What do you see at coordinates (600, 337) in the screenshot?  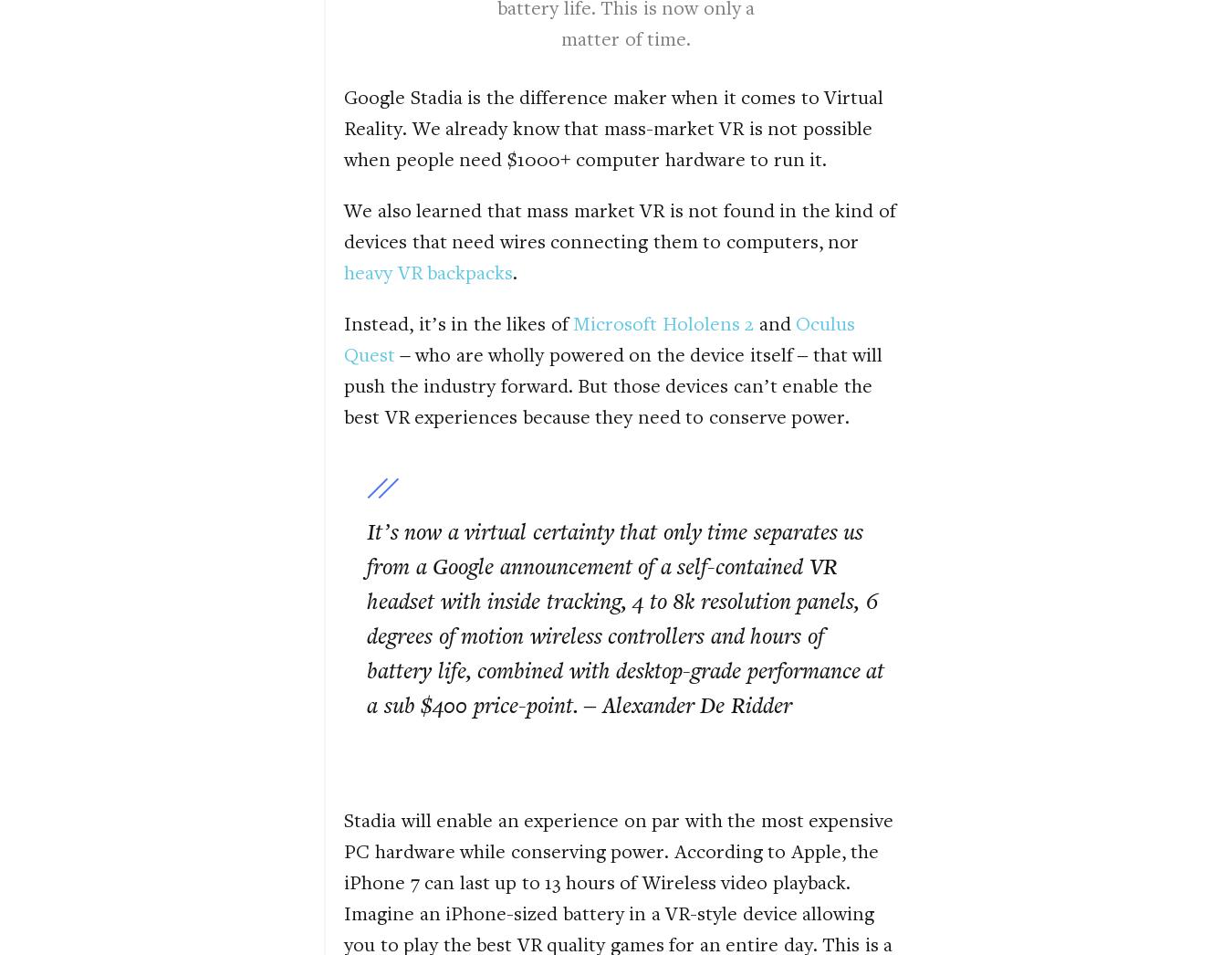 I see `'Oculus Quest'` at bounding box center [600, 337].